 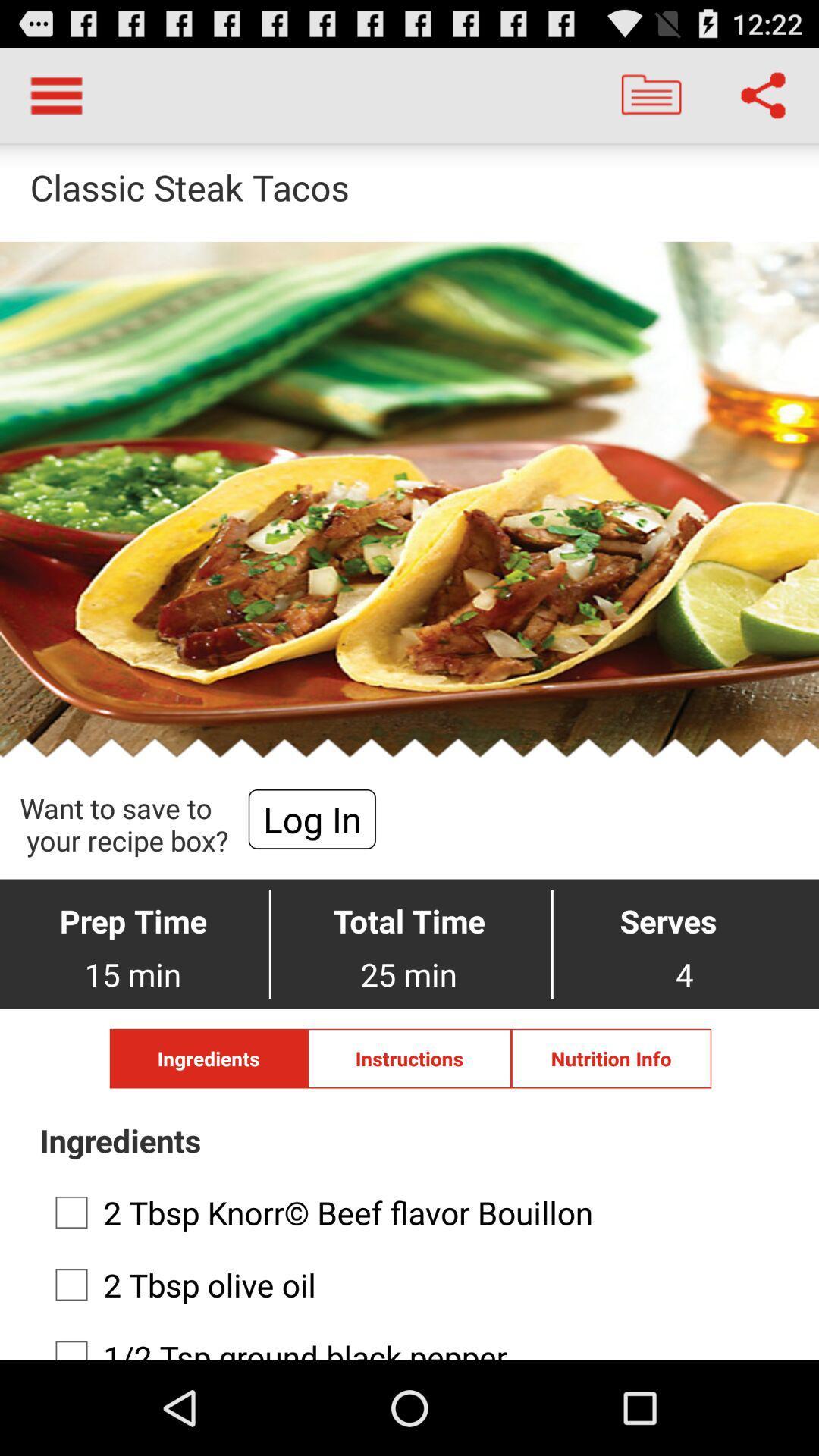 I want to click on text instructions, so click(x=409, y=1058).